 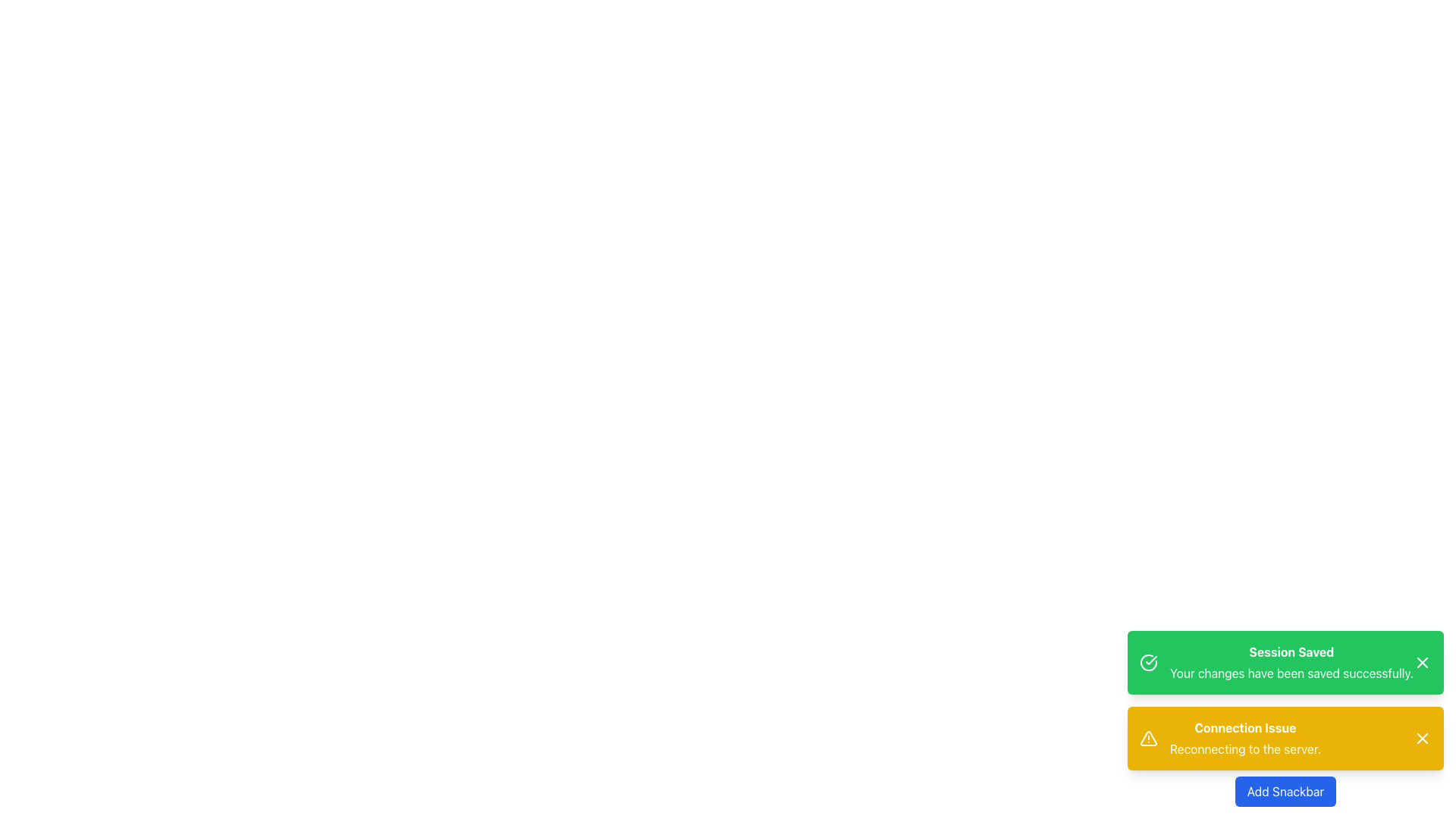 What do you see at coordinates (1151, 660) in the screenshot?
I see `the checkmark icon located on the left side of the 'Session Saved' notification box, which signifies a successful operation` at bounding box center [1151, 660].